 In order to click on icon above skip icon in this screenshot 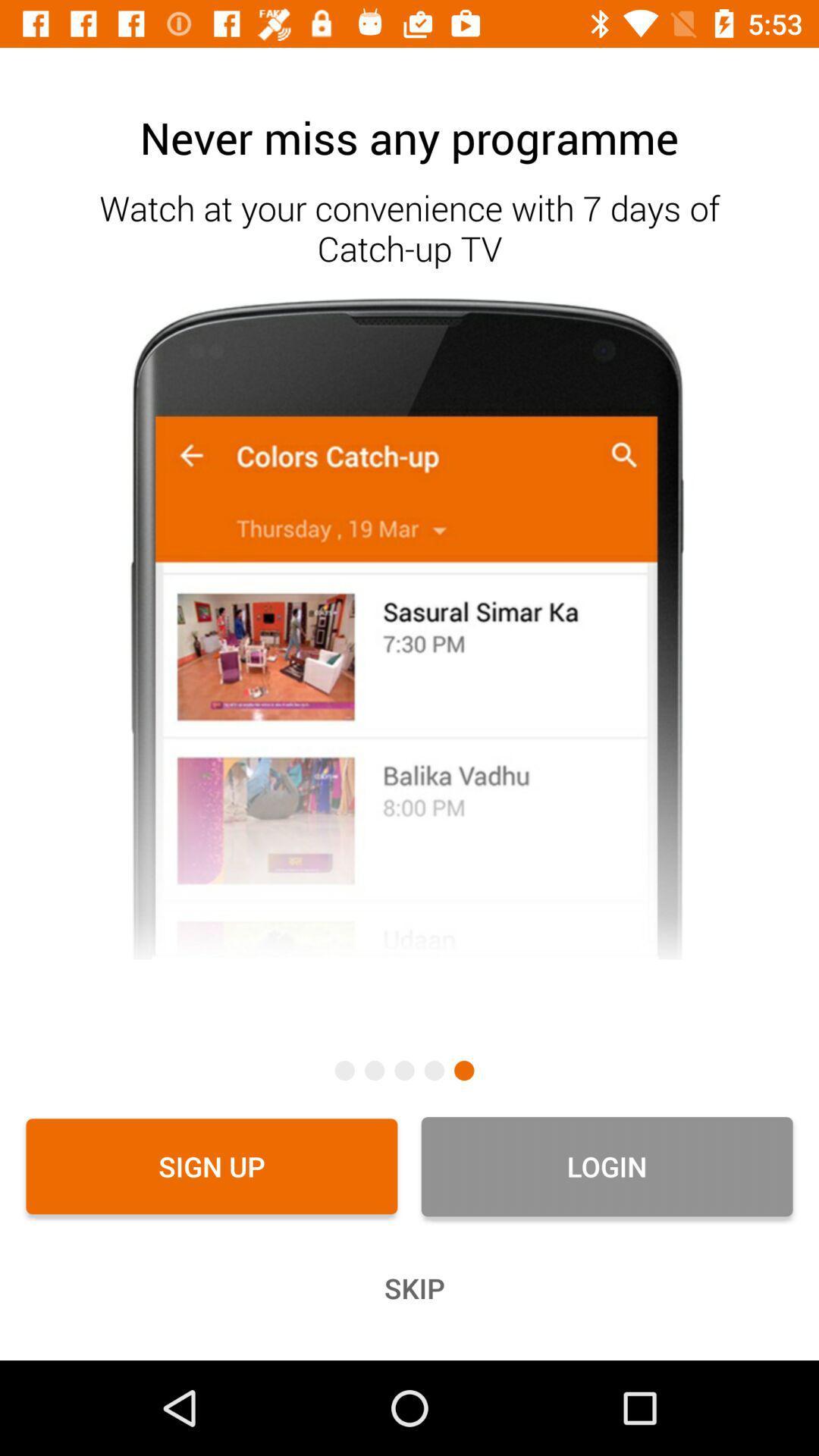, I will do `click(606, 1166)`.